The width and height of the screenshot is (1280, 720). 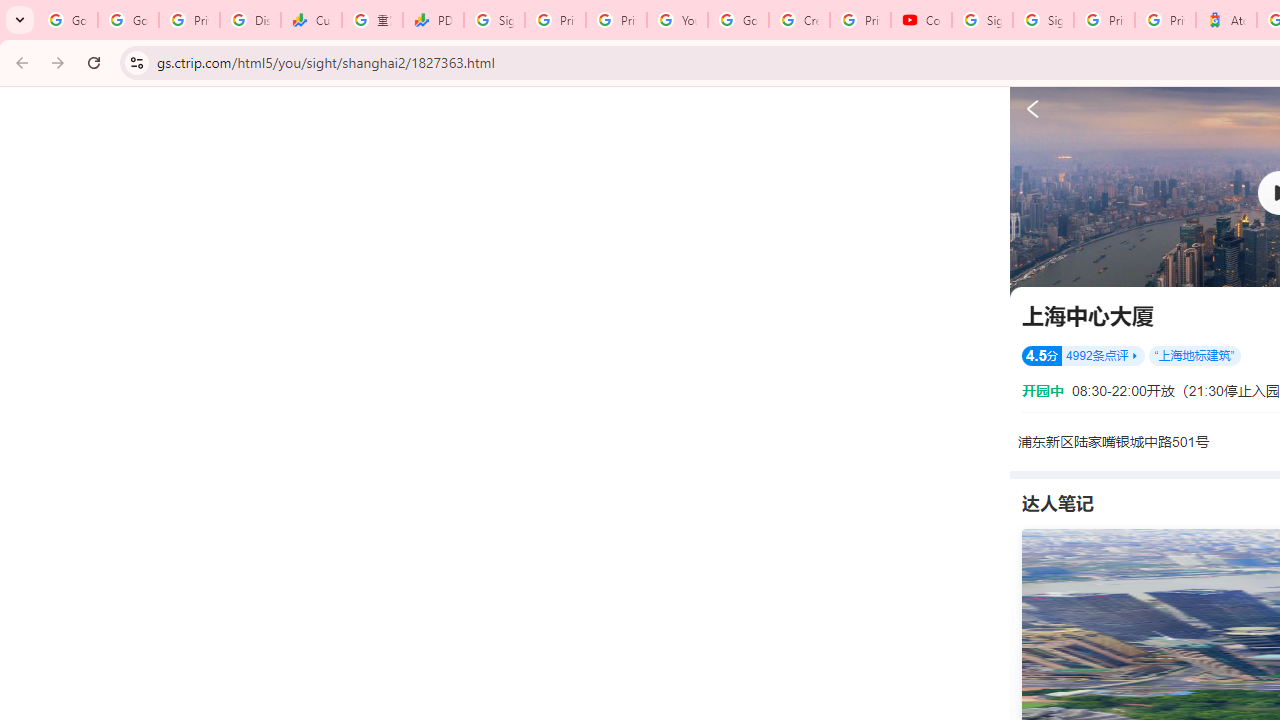 What do you see at coordinates (310, 20) in the screenshot?
I see `'Currencies - Google Finance'` at bounding box center [310, 20].